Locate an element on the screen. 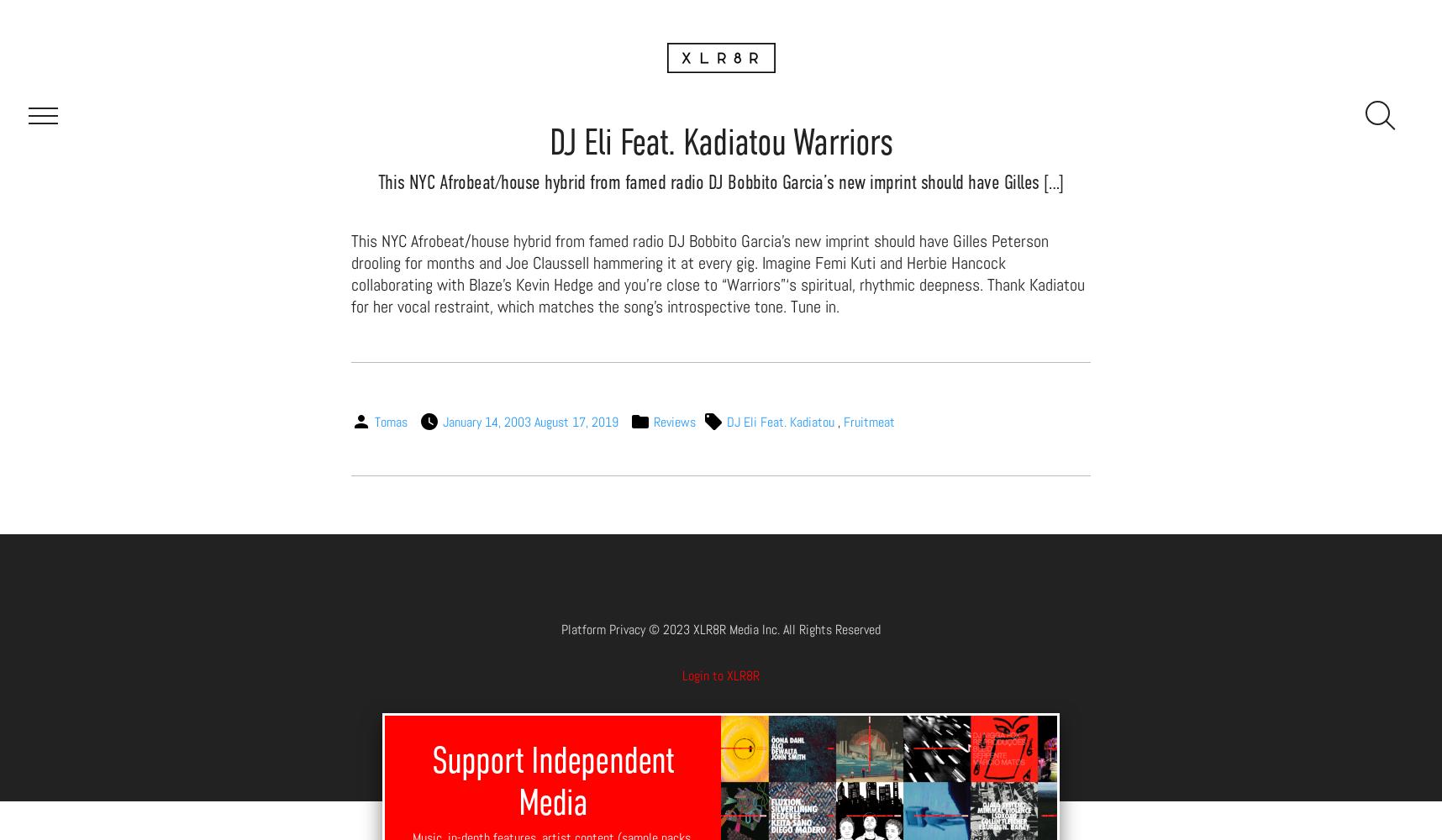  'This NYC Afrobeat/house hybrid from famed radio DJ Bobbito Garcia’s new imprint should have Gilles Peterson drooling for months and Joe Claussell hammering it at every gig. Imagine Femi Kuti and Herbie Hancock collaborating with Blaze’s Kevin Hedge and you’re close to “Warriors”‘s spiritual, rhythmic deepness. Thank Kadiatou for her vocal restraint, which matches the song’s introspective tone. Tune in.' is located at coordinates (718, 272).